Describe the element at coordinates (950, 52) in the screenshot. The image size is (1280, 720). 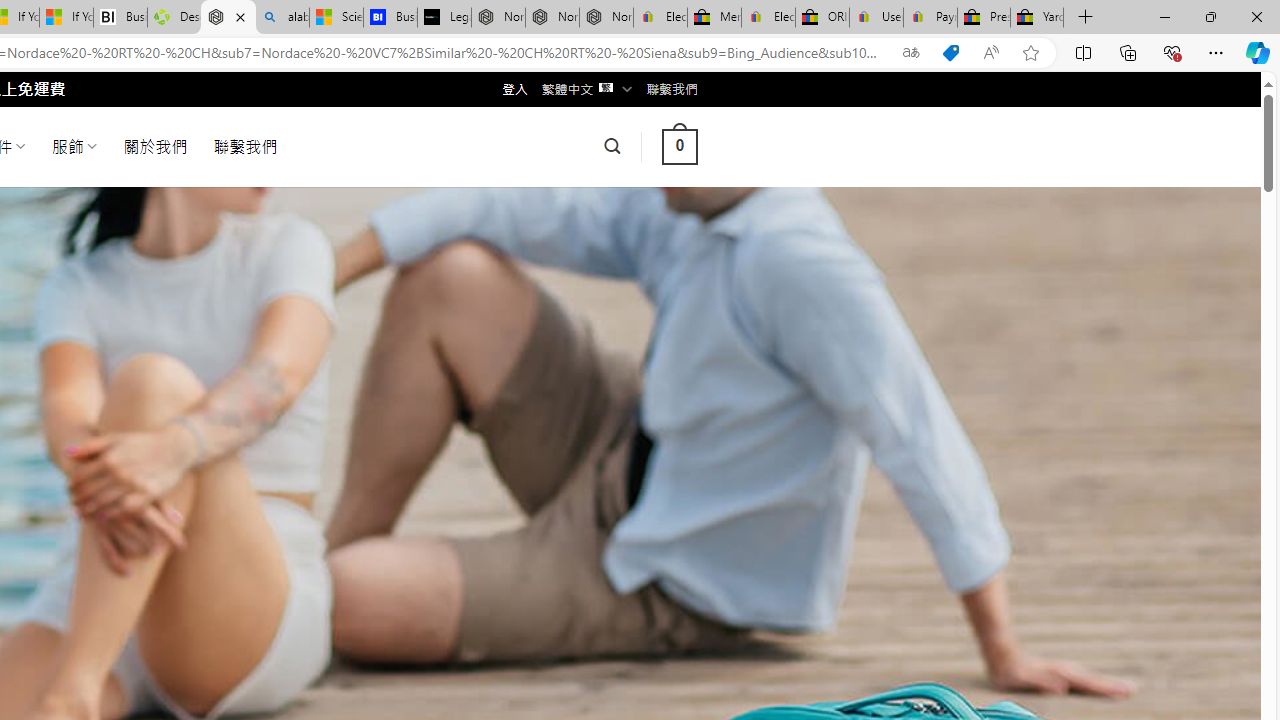
I see `'This site has coupons! Shopping in Microsoft Edge'` at that location.